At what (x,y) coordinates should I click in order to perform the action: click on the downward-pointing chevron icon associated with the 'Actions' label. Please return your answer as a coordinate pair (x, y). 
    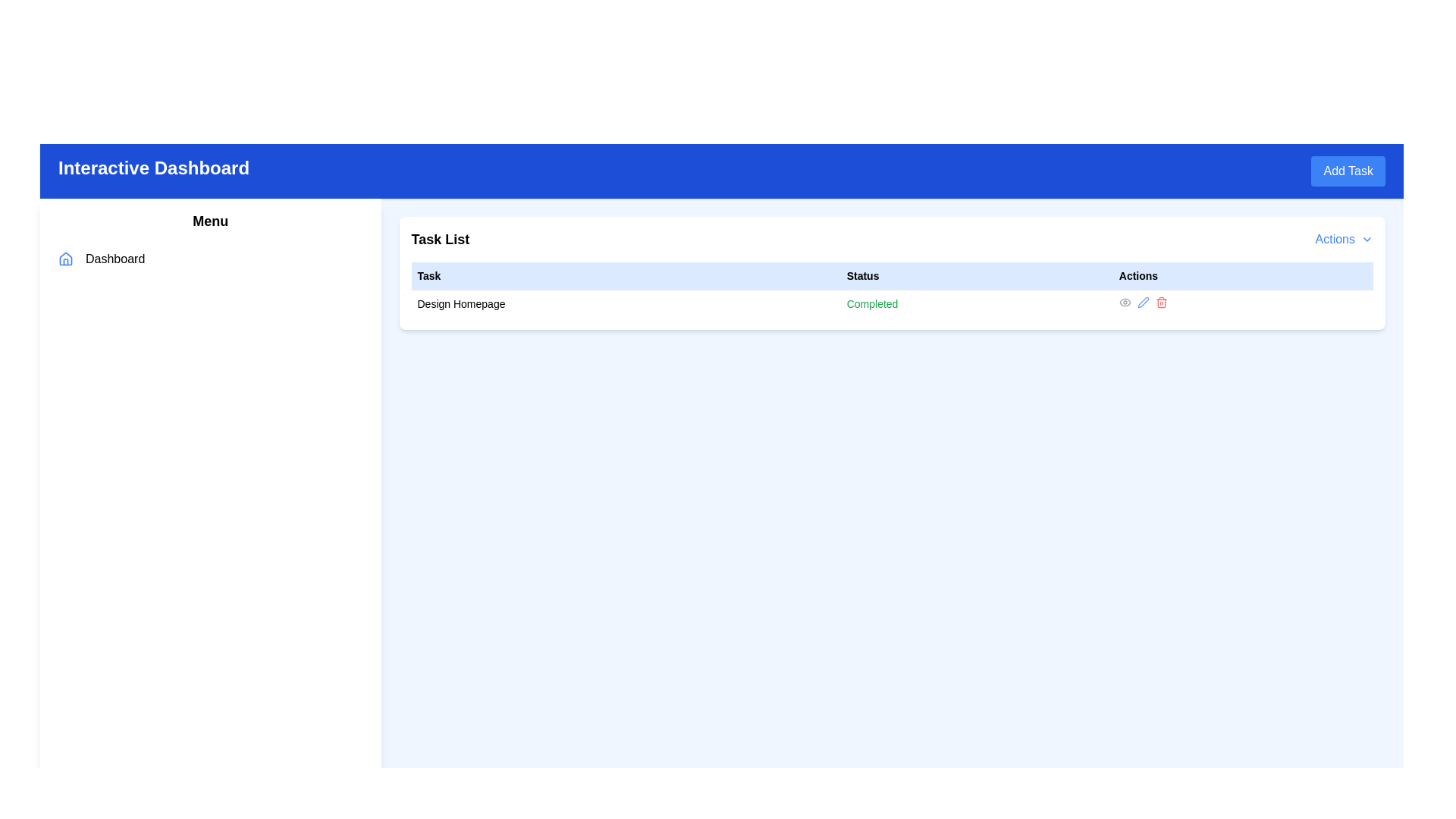
    Looking at the image, I should click on (1367, 239).